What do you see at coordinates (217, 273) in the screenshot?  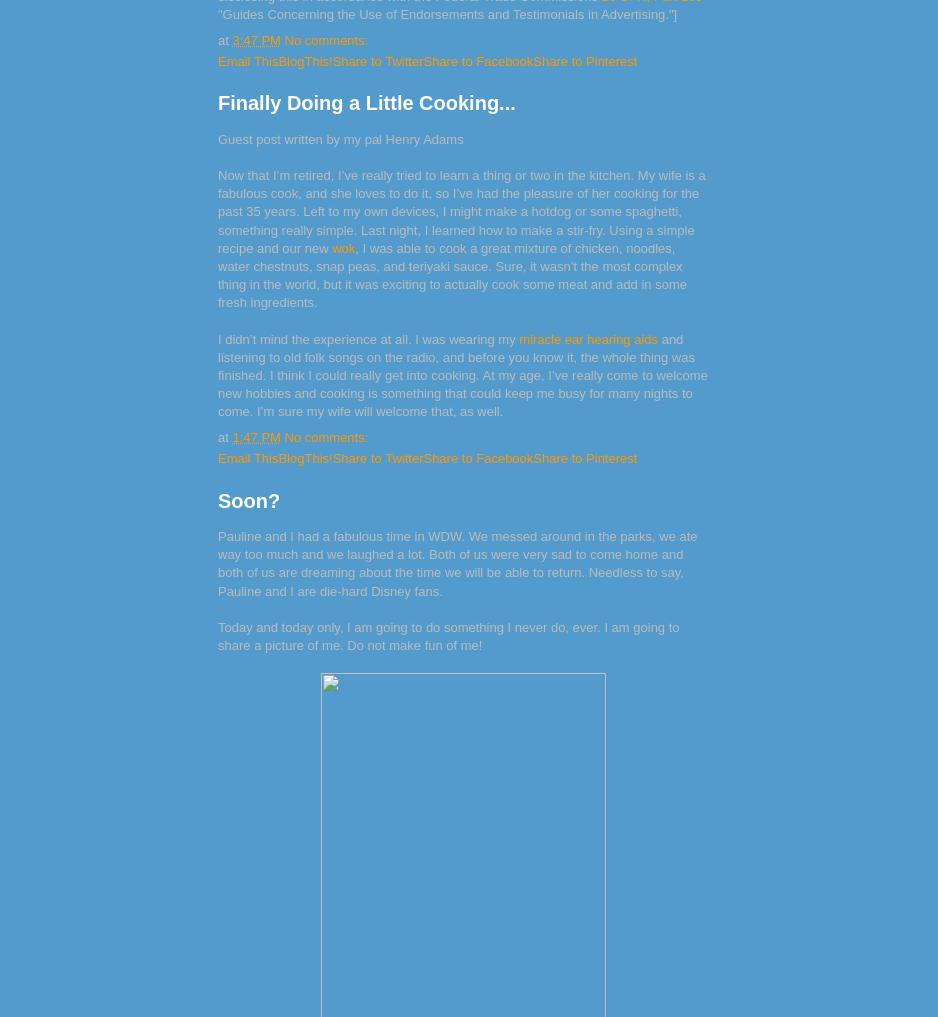 I see `', I was able to cook a great mixture of chicken, noodles, water chestnuts, snap peas, and teriyaki sauce. Sure, it wasn’t the most complex thing in the world, but it was exciting to actually cook some meat and add in some fresh ingredients.'` at bounding box center [217, 273].